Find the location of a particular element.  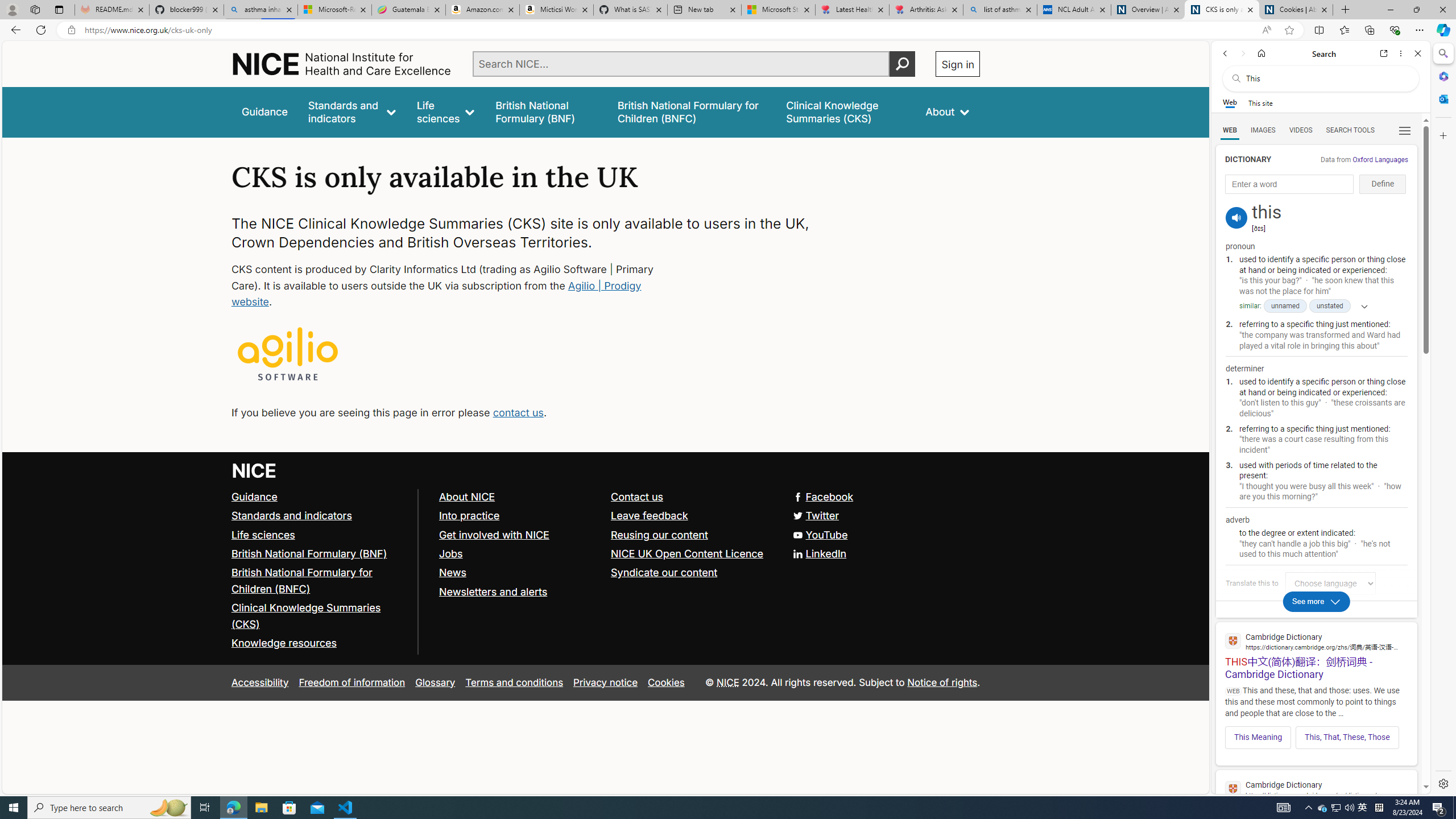

'Search Filter, Search Tools' is located at coordinates (1350, 129).